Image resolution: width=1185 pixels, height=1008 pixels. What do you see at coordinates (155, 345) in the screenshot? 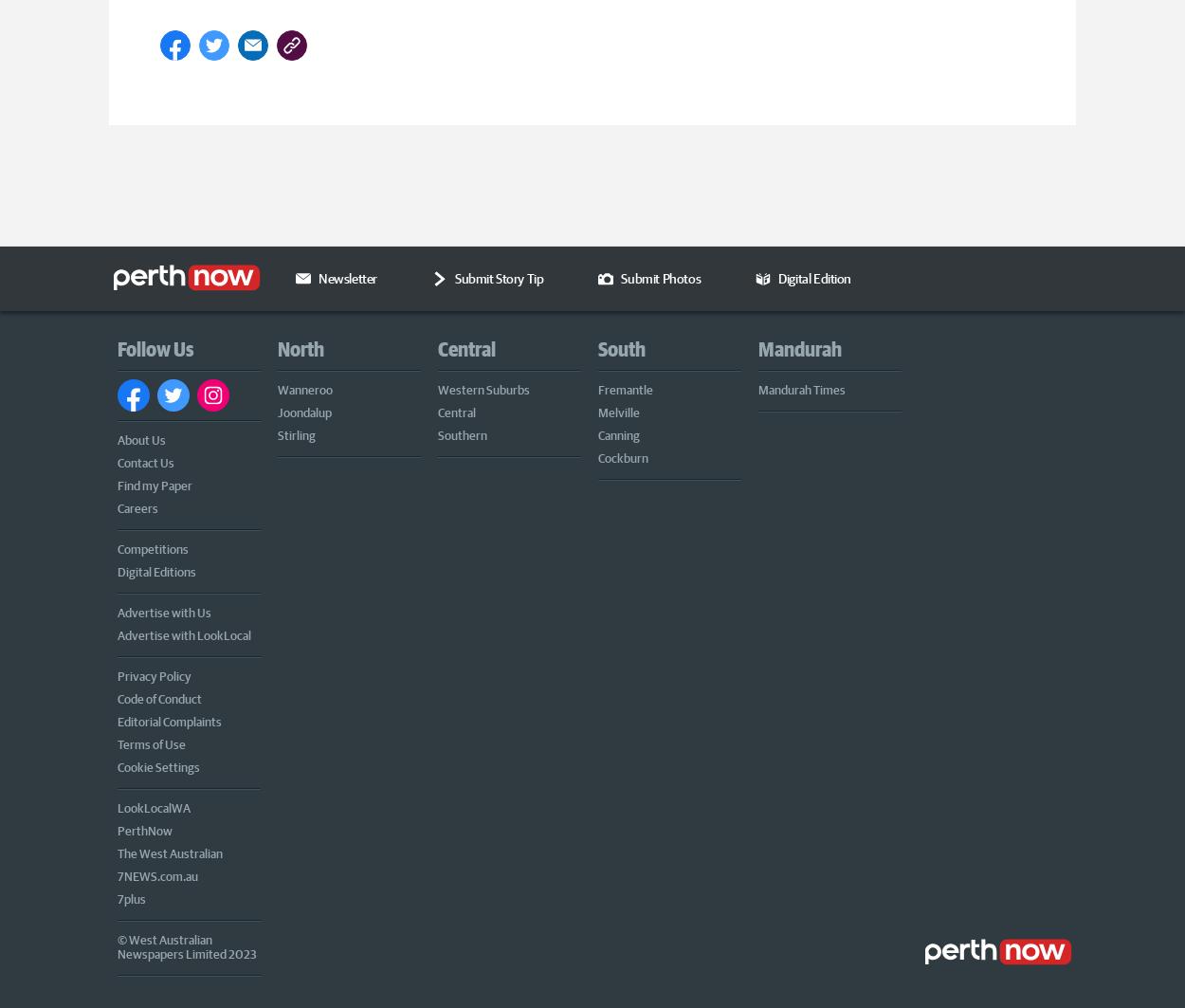
I see `'Follow Us'` at bounding box center [155, 345].